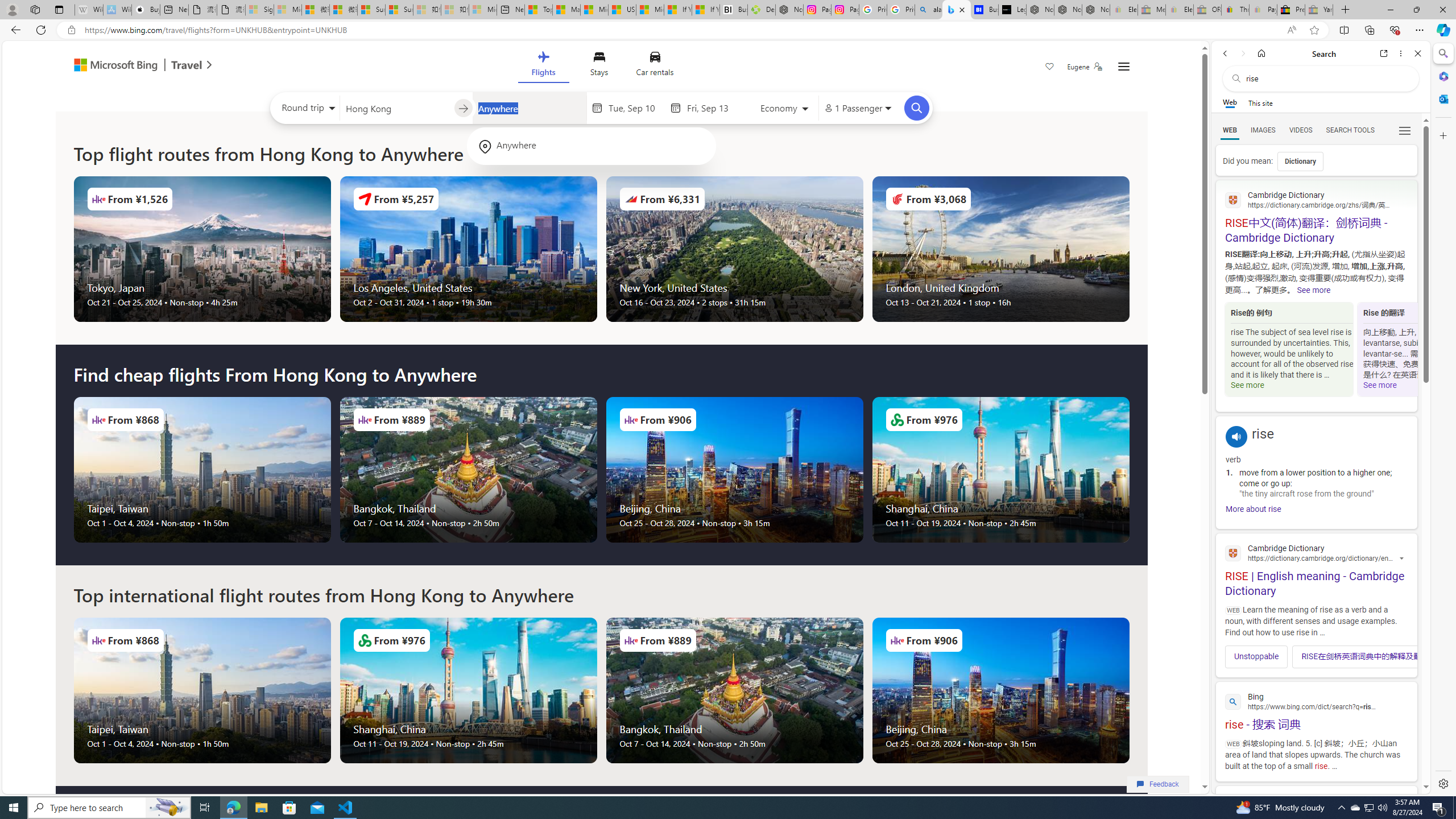 This screenshot has height=819, width=1456. What do you see at coordinates (1049, 67) in the screenshot?
I see `'Save'` at bounding box center [1049, 67].